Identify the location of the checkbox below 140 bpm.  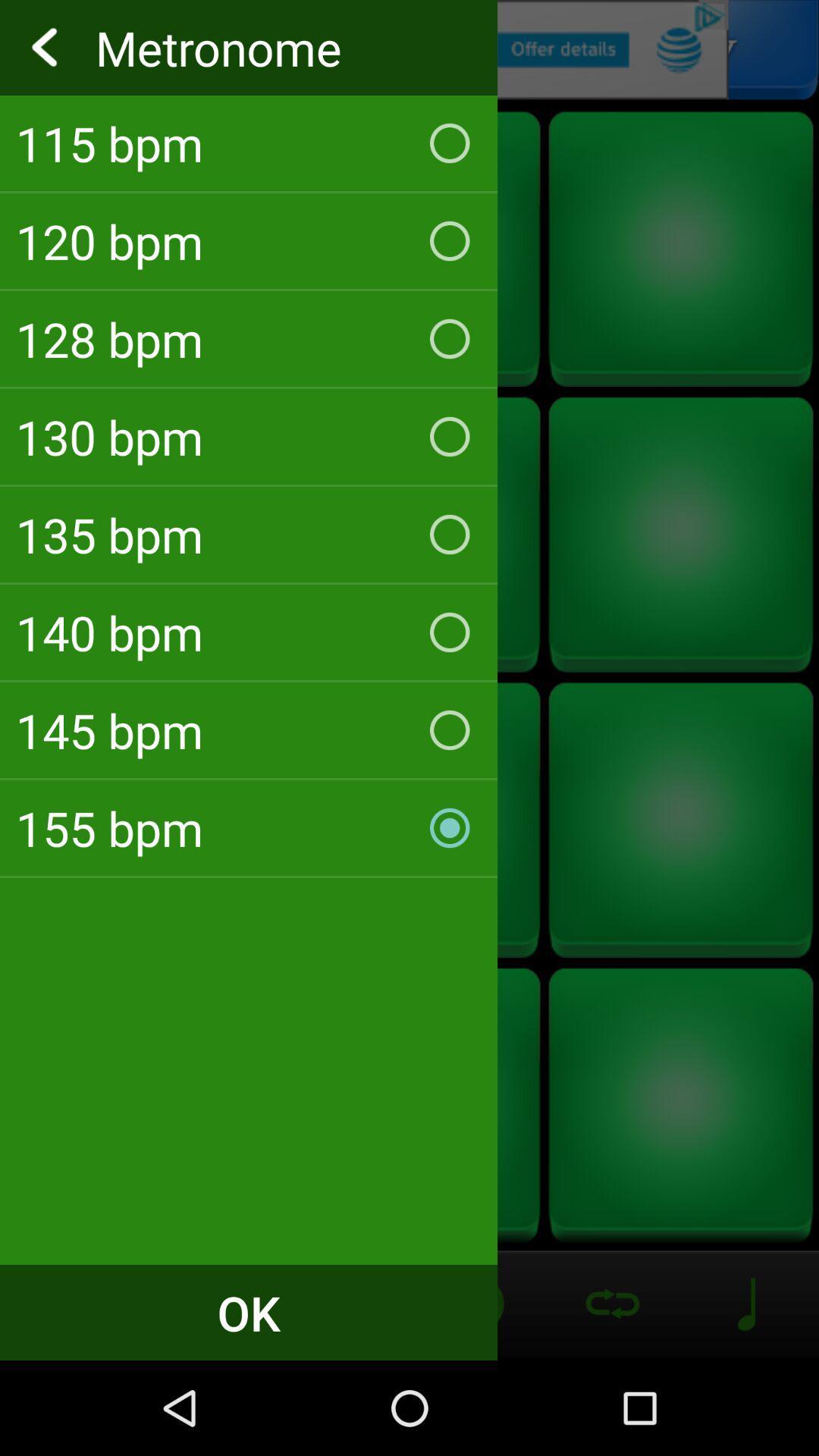
(248, 730).